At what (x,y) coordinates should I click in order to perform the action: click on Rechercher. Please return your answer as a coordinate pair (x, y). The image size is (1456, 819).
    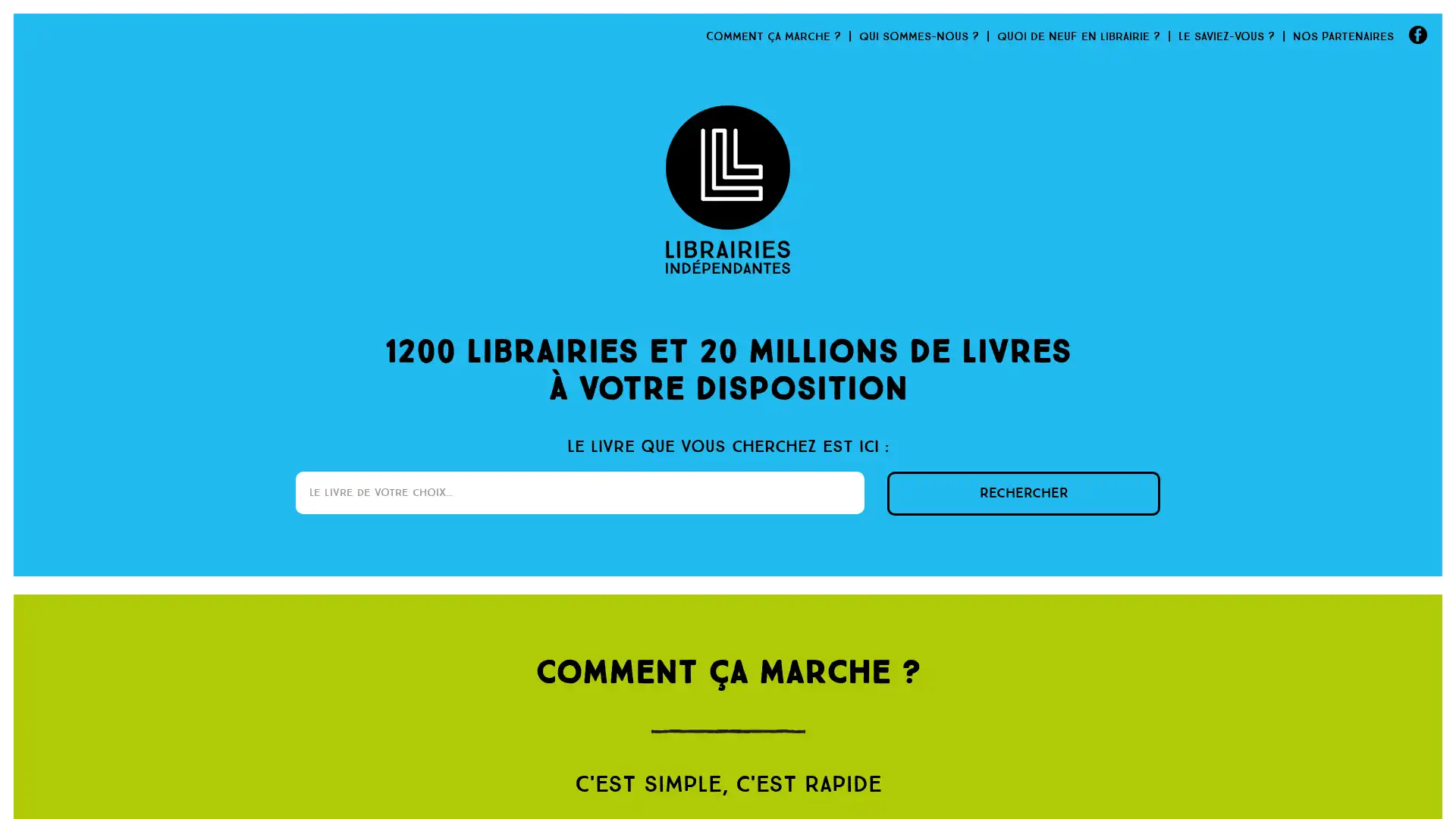
    Looking at the image, I should click on (1023, 494).